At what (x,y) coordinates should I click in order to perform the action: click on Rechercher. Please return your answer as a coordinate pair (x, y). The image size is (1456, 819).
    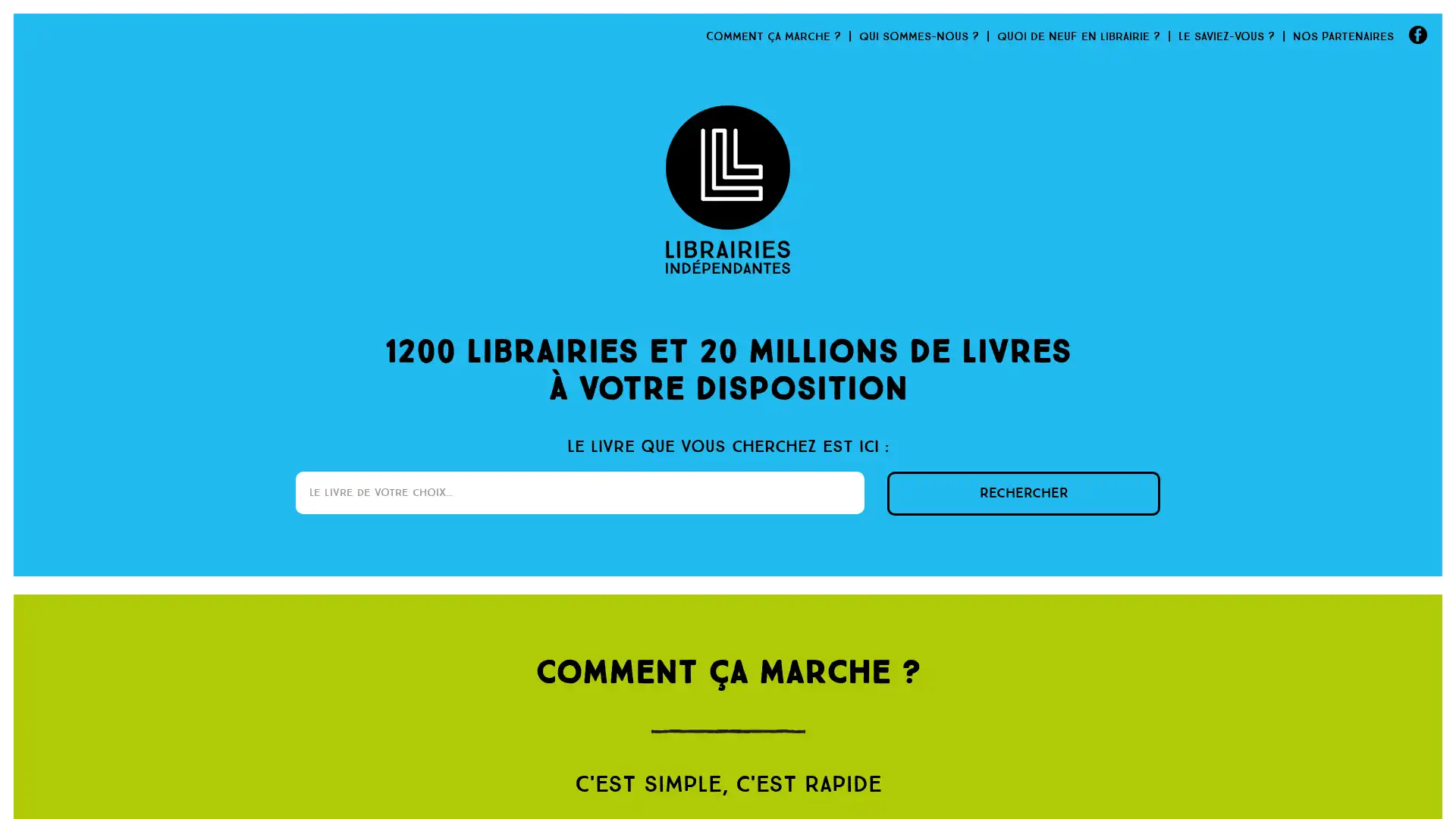
    Looking at the image, I should click on (1023, 494).